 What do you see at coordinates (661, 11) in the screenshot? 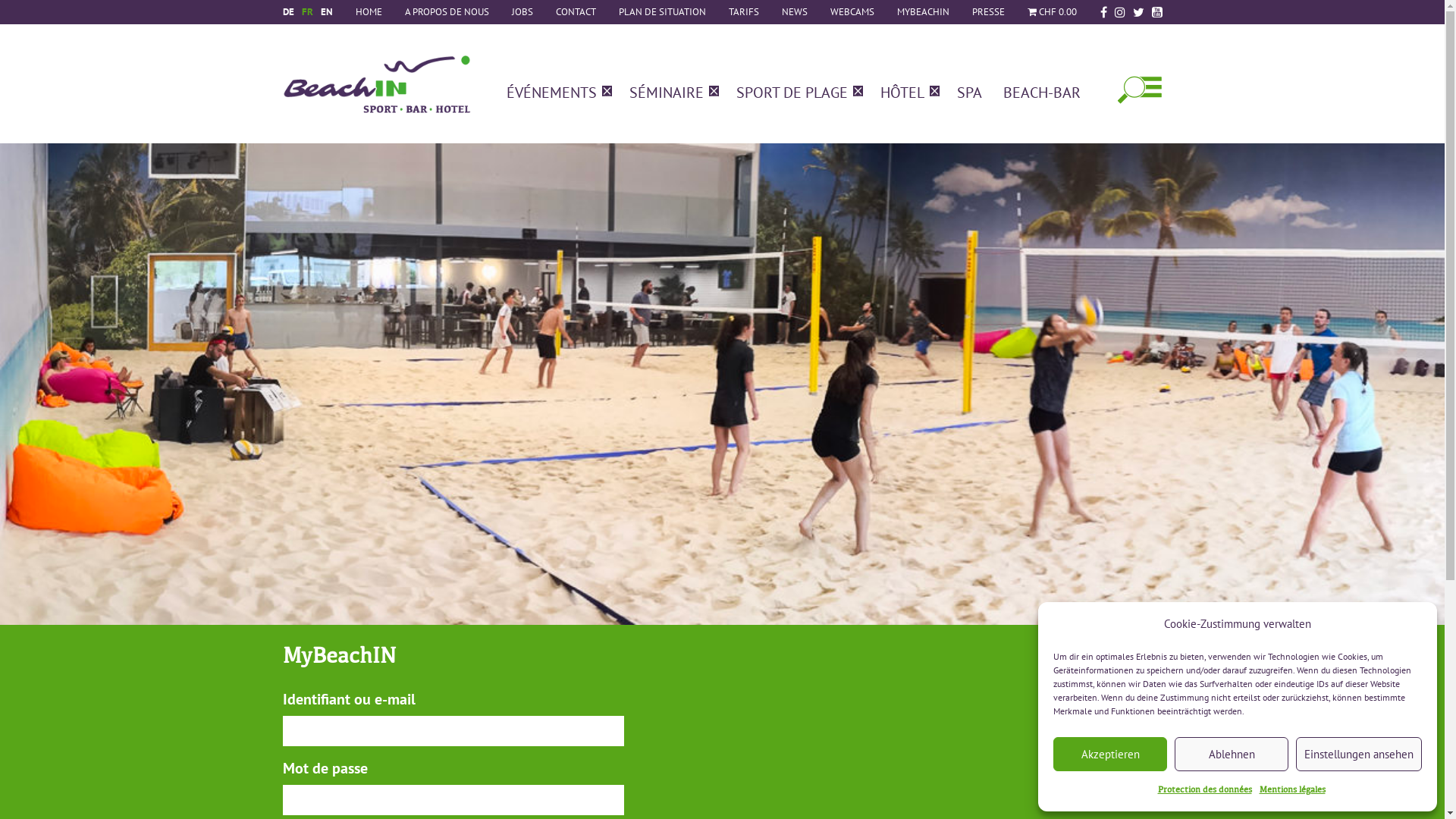
I see `'PLAN DE SITUATION'` at bounding box center [661, 11].